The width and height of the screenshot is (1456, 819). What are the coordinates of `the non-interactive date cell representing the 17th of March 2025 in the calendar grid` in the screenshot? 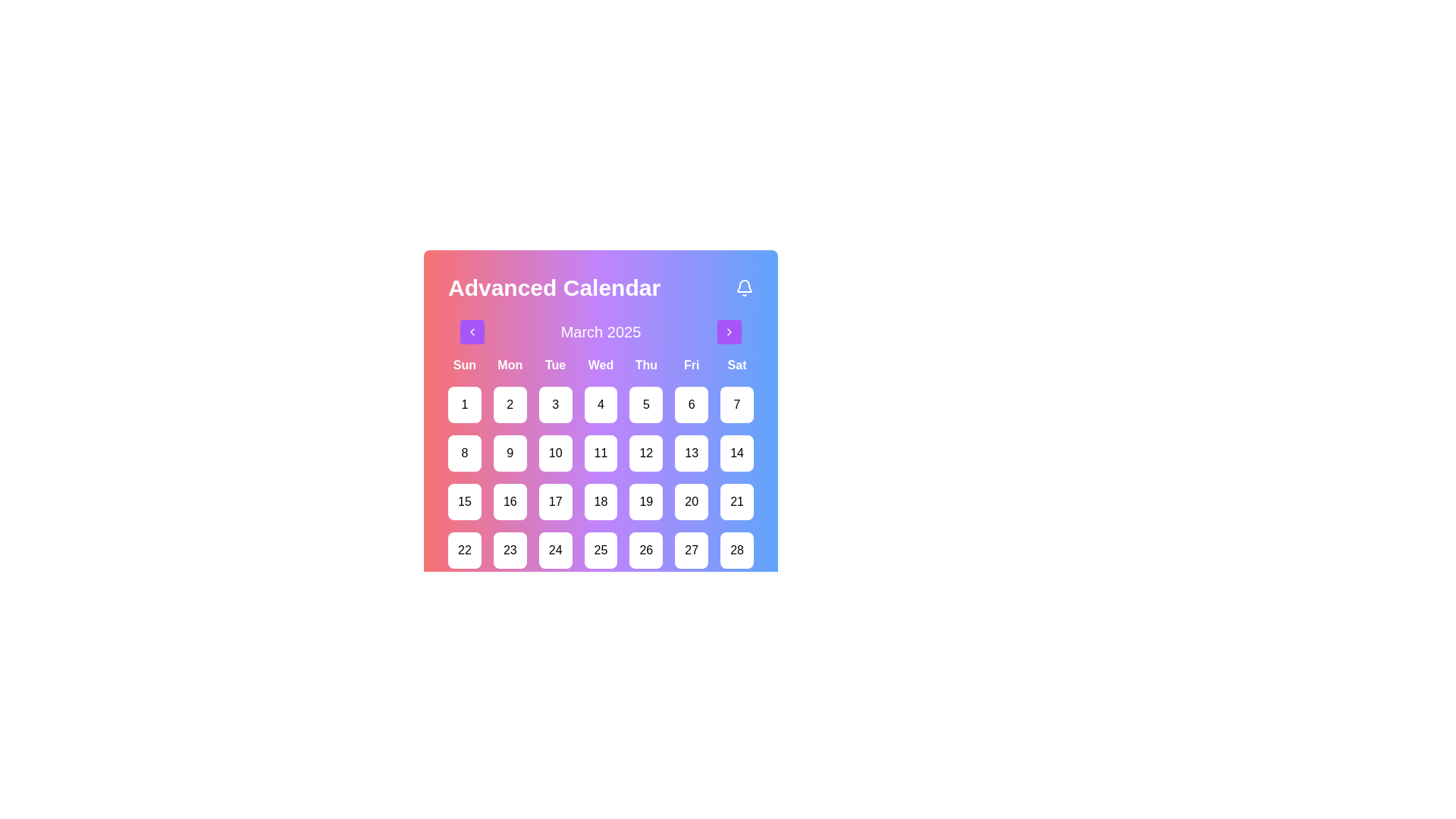 It's located at (554, 502).